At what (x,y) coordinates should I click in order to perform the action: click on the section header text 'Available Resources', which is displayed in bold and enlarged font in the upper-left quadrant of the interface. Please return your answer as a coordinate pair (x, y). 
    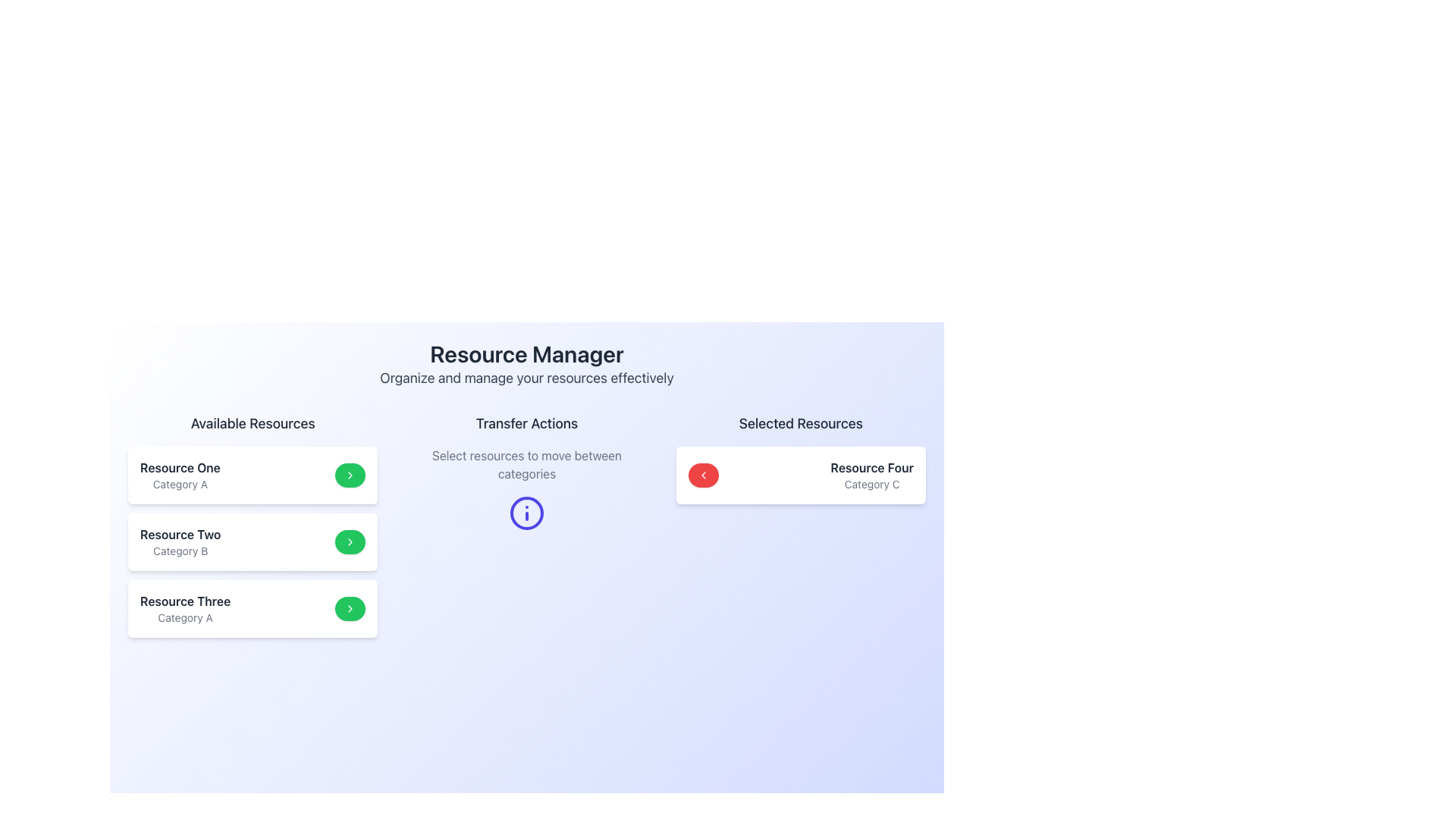
    Looking at the image, I should click on (253, 424).